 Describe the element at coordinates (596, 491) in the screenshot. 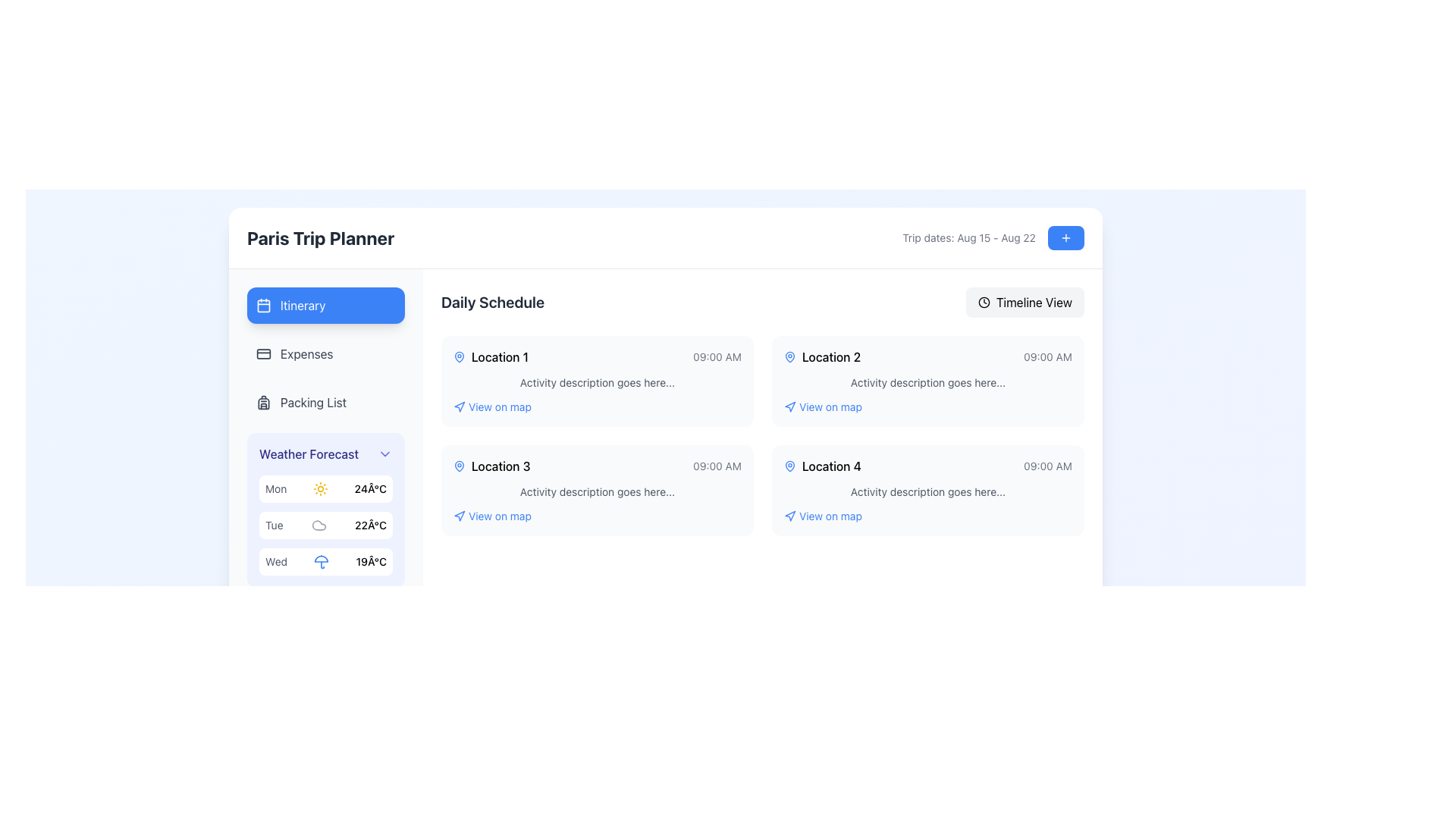

I see `information displayed on the card element for 'Location 3', which is positioned in the second row of a grid of four cards, specifically located on the left side below 'Location 1'` at that location.